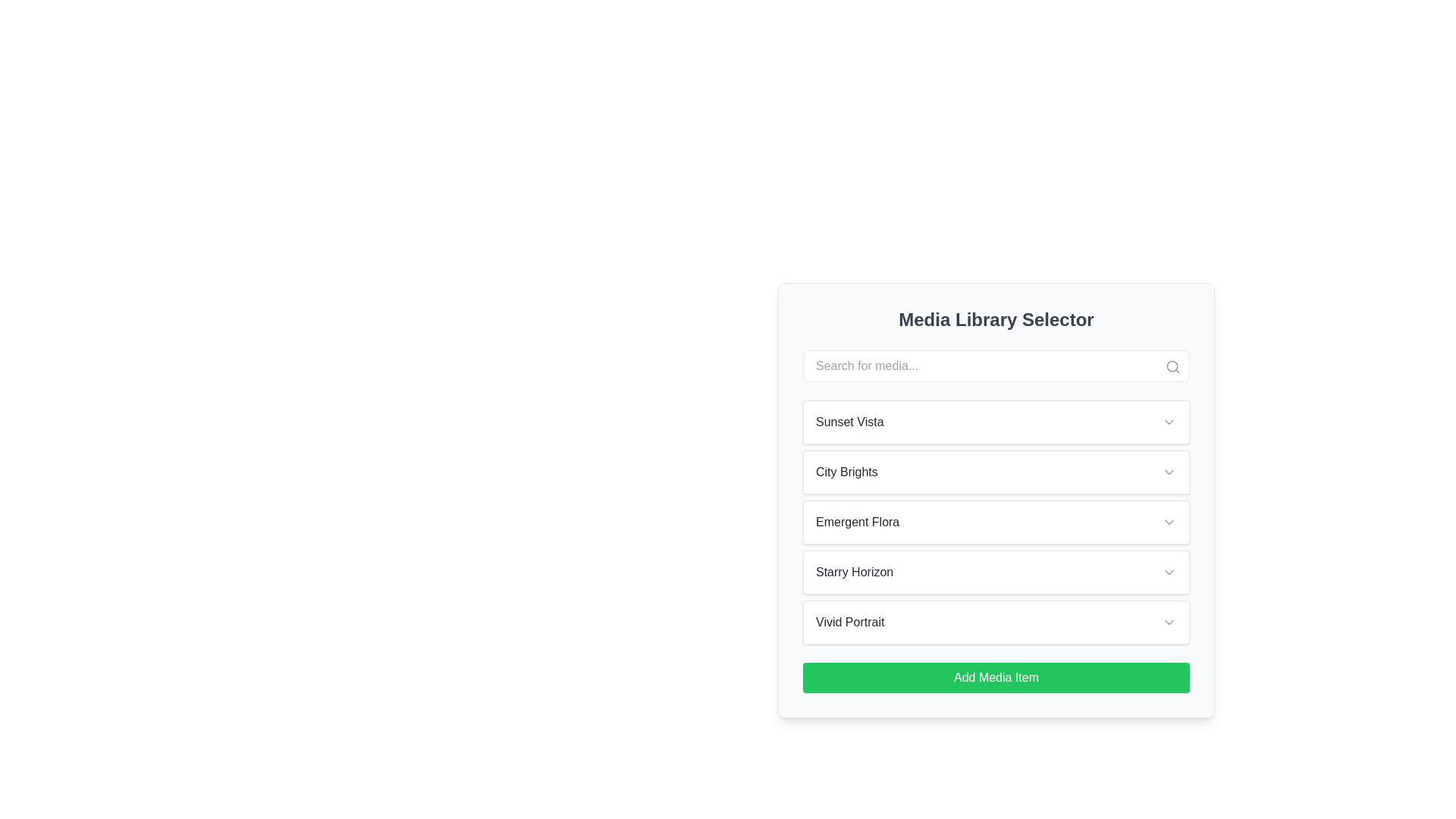  I want to click on the green 'Add Media Item' button located at the bottom center of the 'Media Library Selector' widget, so click(996, 677).